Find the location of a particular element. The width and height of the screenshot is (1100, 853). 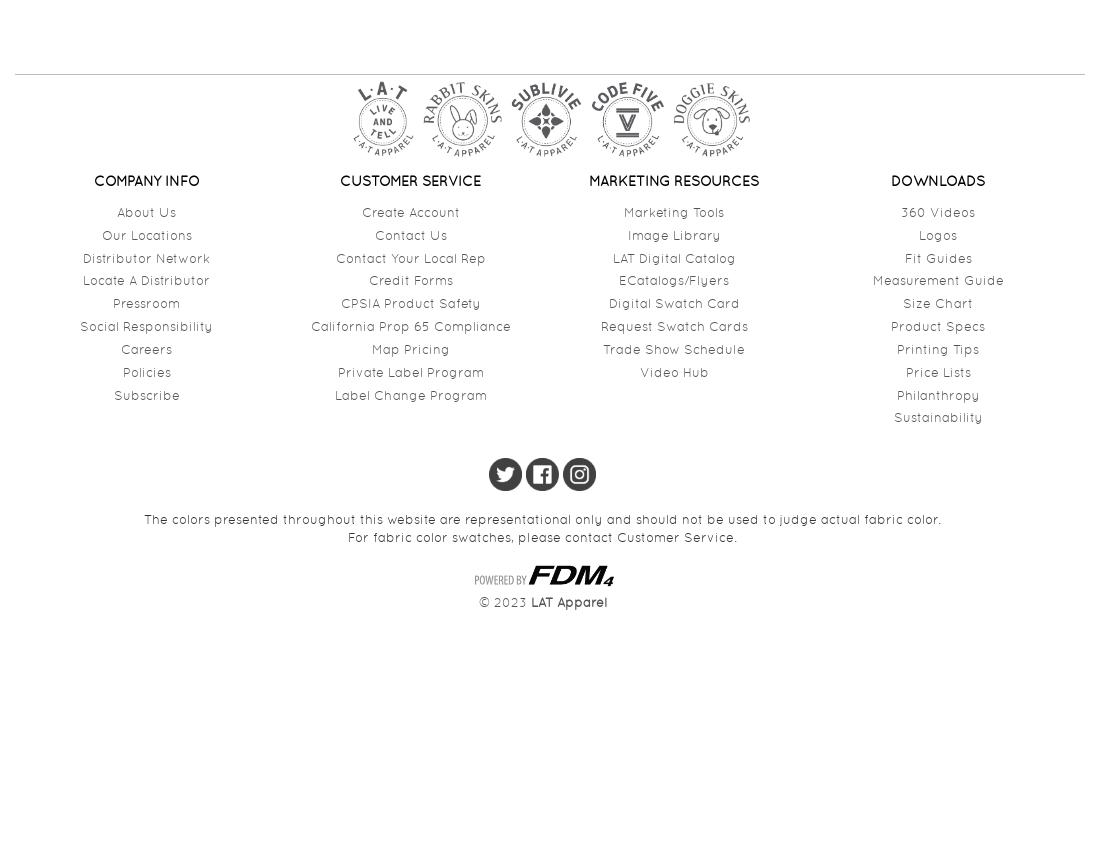

'Credit Forms' is located at coordinates (367, 279).